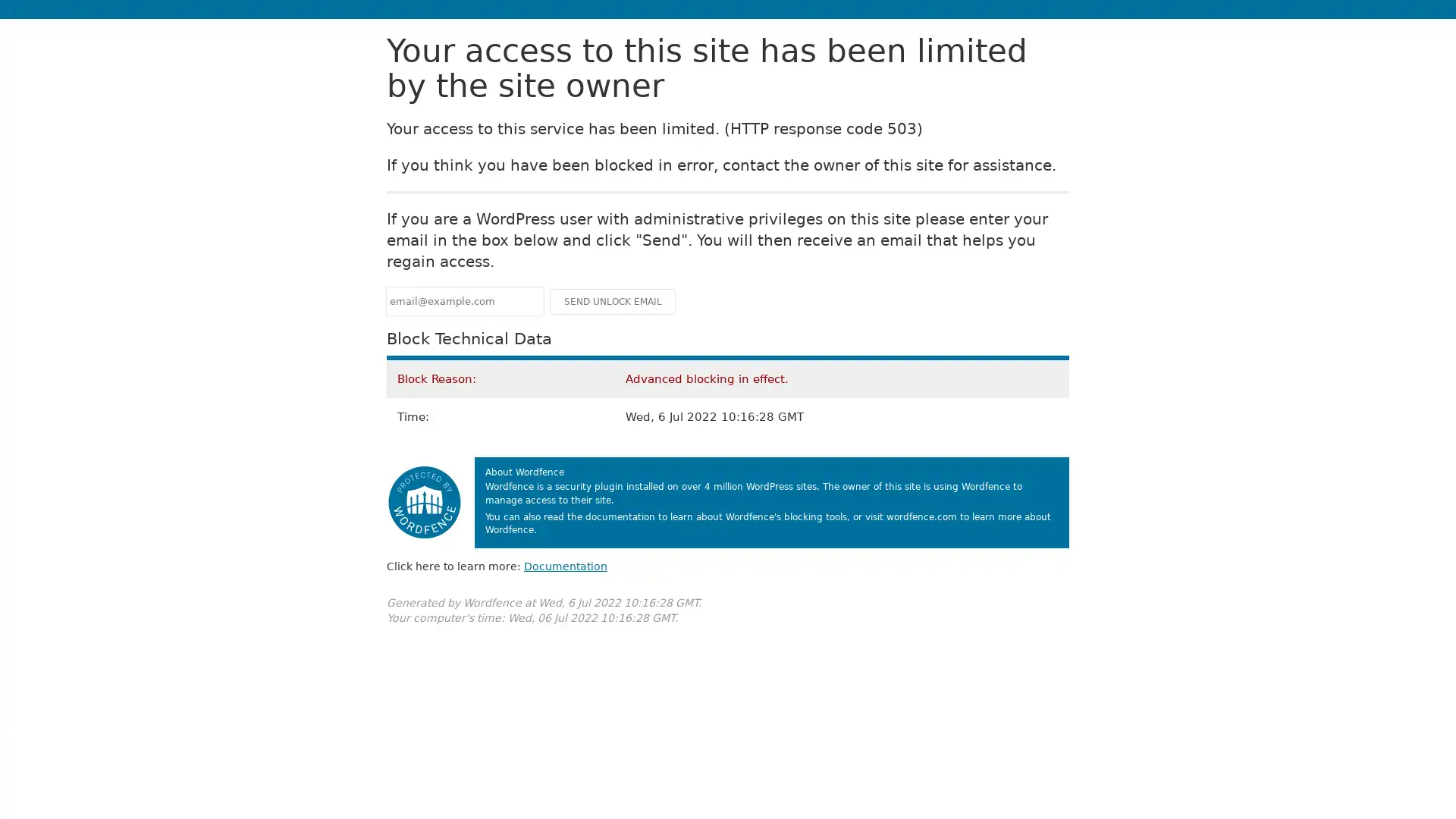  What do you see at coordinates (612, 301) in the screenshot?
I see `Send Unlock Email` at bounding box center [612, 301].